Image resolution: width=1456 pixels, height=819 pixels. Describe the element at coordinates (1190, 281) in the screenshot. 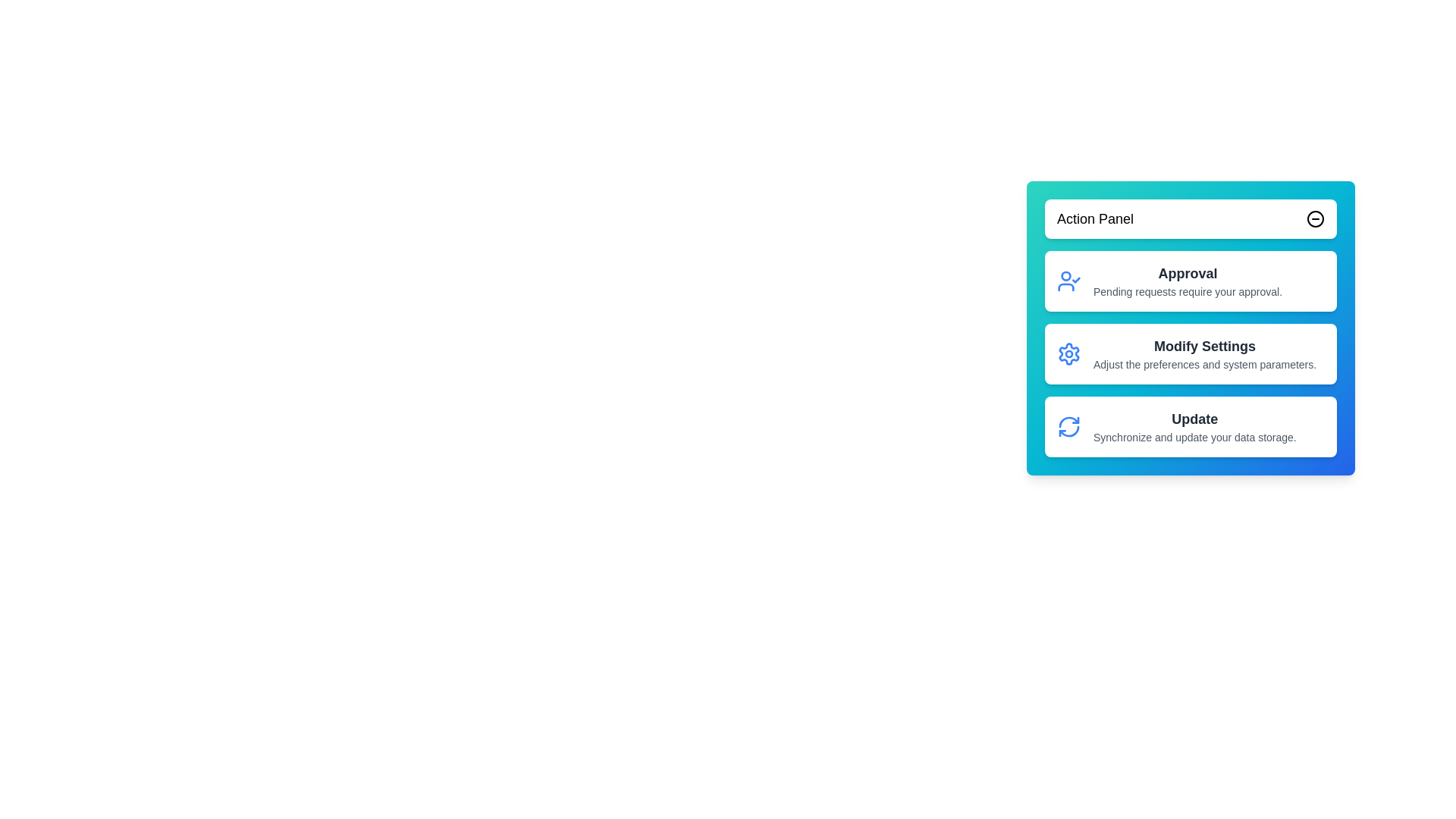

I see `the Approval to see its hover effect` at that location.